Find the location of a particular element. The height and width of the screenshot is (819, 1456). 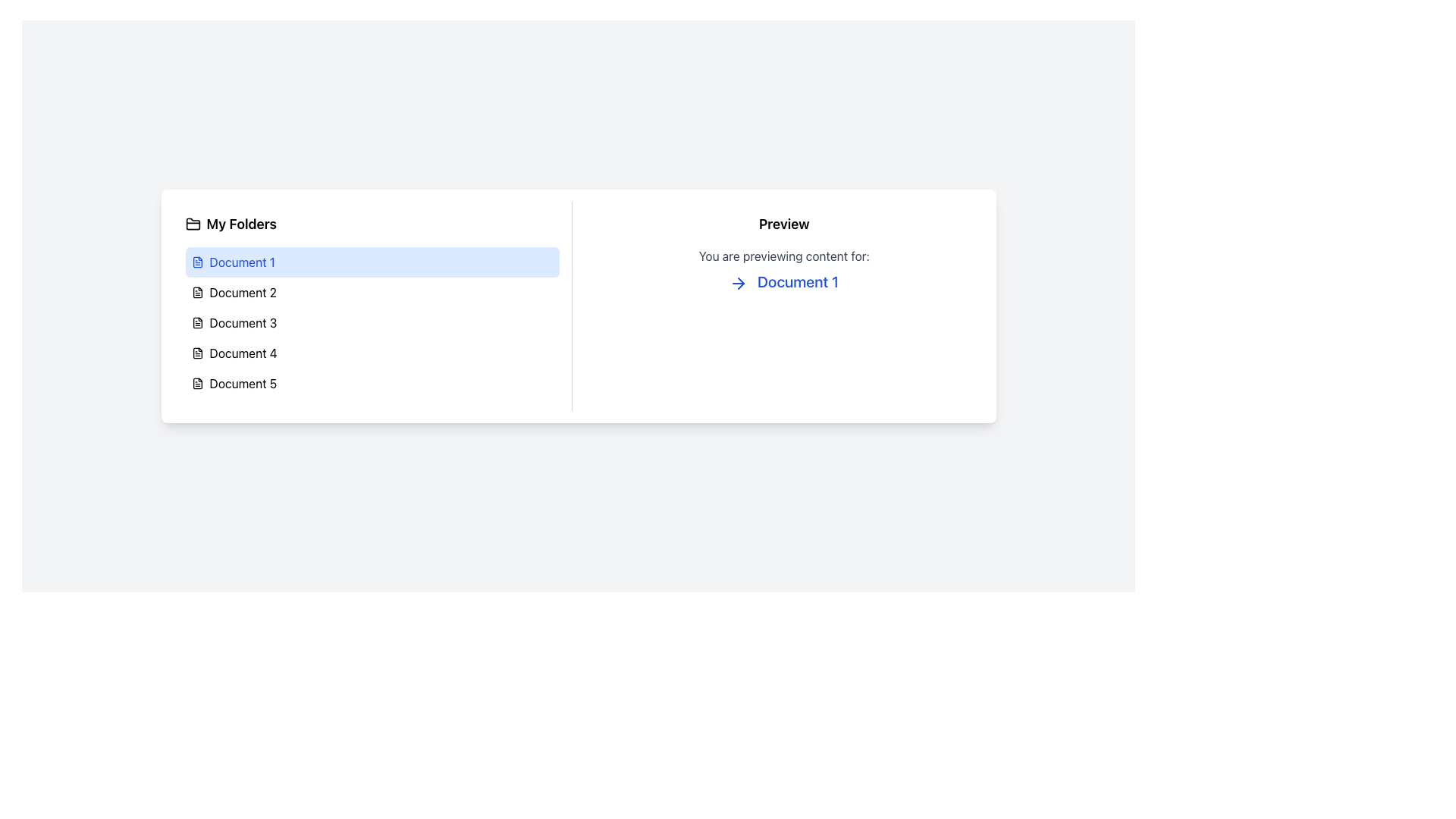

the Decorative Icon representing 'Document 1' in the 'My Folders' section, which is a minimalistic, line-based design icon located to the left of the text is located at coordinates (196, 262).